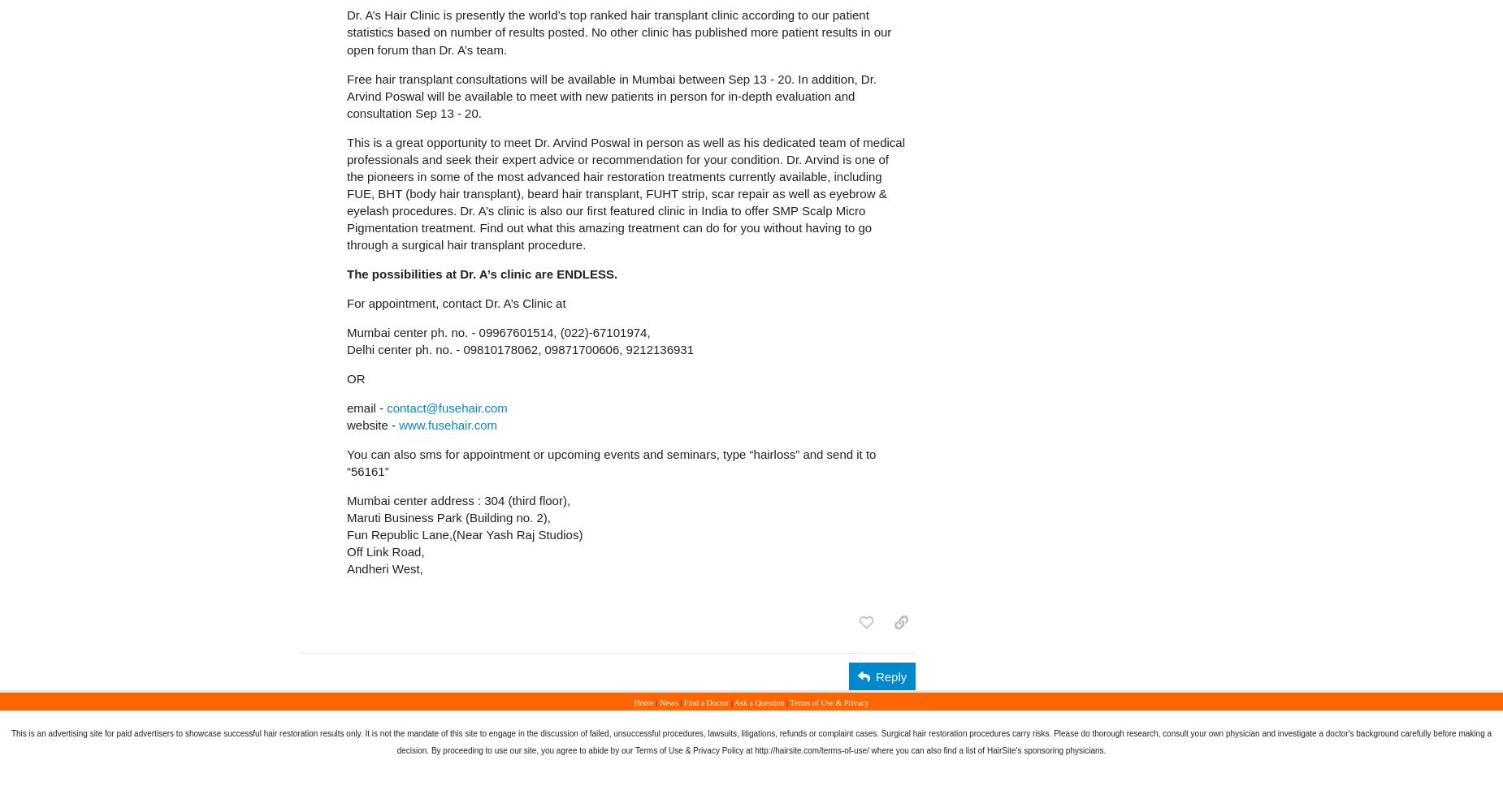  I want to click on 'For appointment, contact Dr. A’s Clinic at', so click(456, 301).